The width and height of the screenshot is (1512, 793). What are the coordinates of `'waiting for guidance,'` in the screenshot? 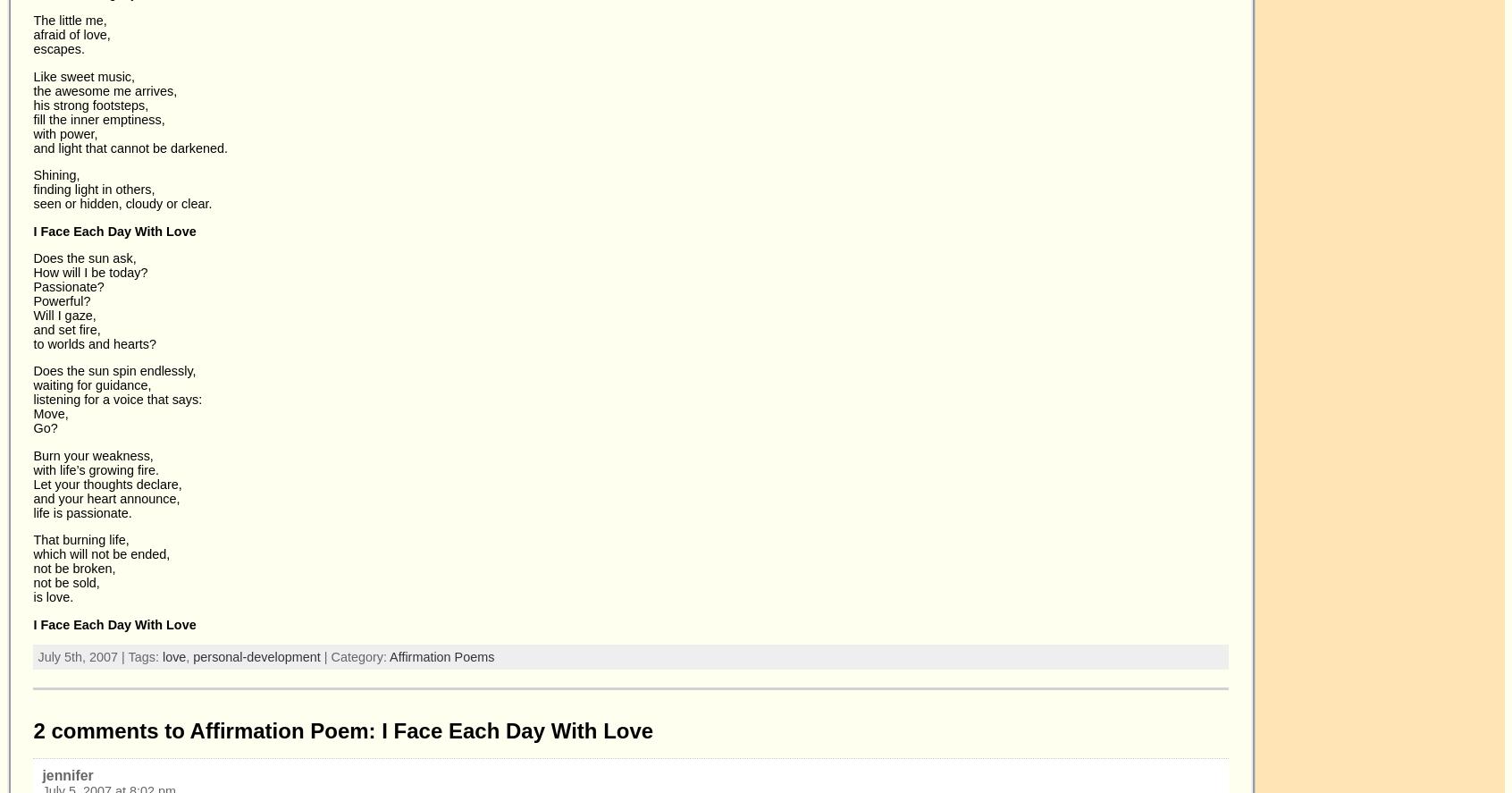 It's located at (92, 384).